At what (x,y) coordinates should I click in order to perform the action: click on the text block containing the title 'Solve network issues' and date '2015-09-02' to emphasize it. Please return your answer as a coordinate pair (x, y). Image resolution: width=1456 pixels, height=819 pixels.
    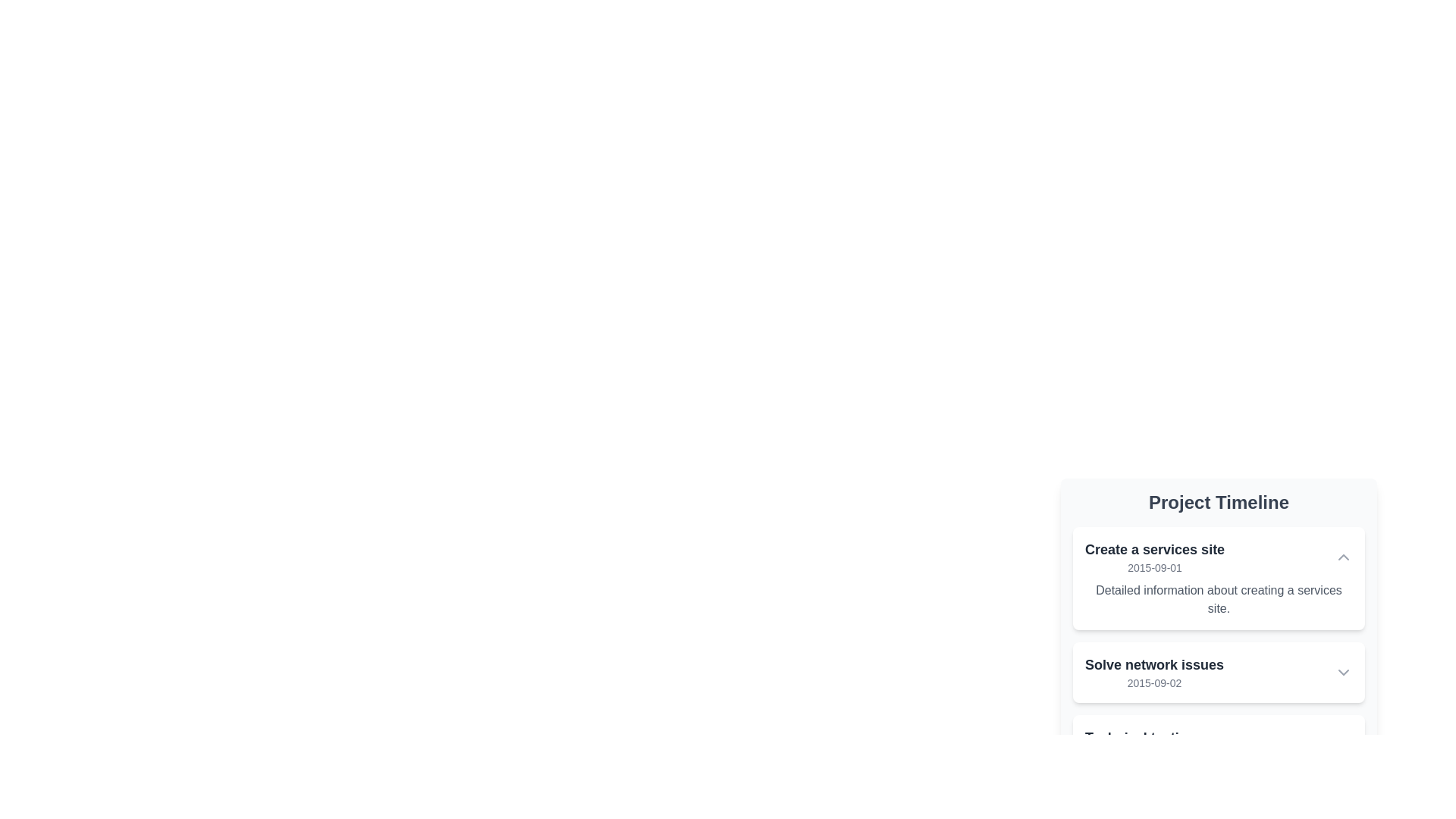
    Looking at the image, I should click on (1219, 672).